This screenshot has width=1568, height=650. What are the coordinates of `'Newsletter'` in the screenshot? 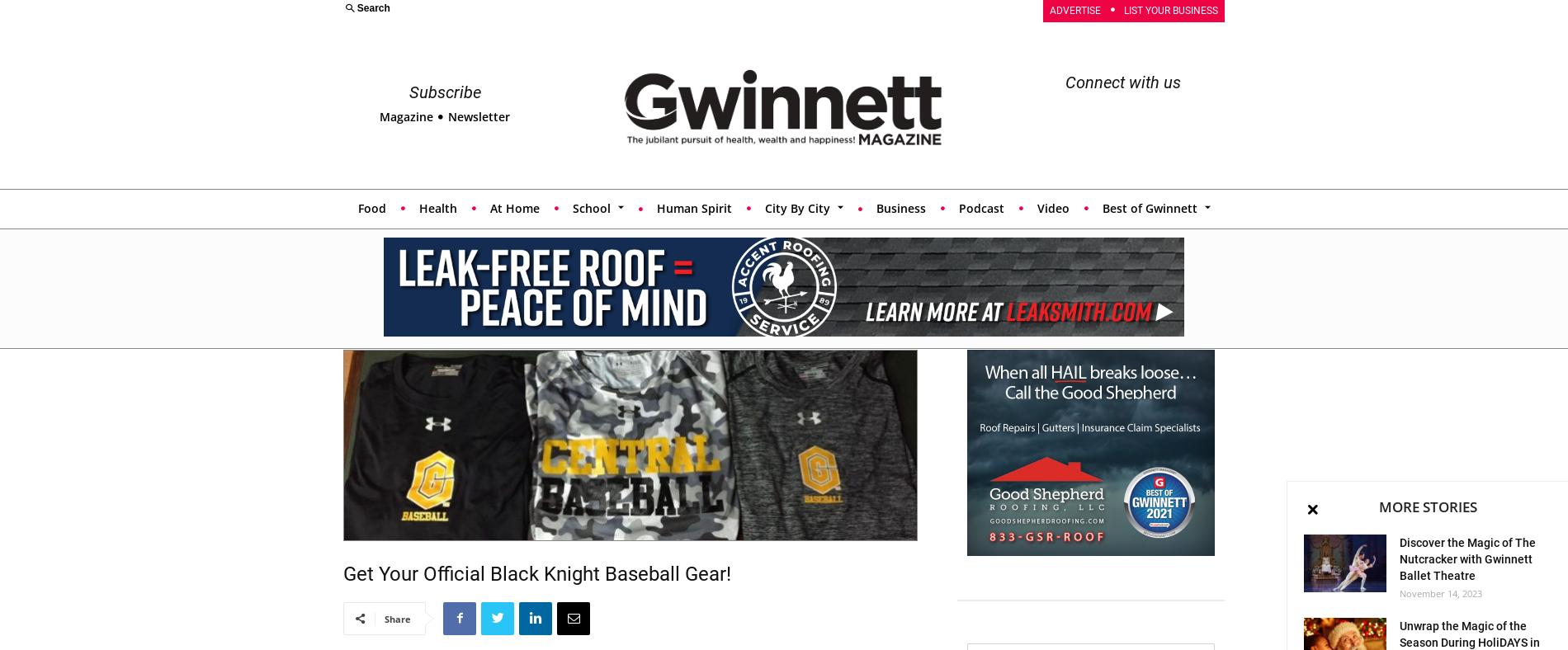 It's located at (479, 116).